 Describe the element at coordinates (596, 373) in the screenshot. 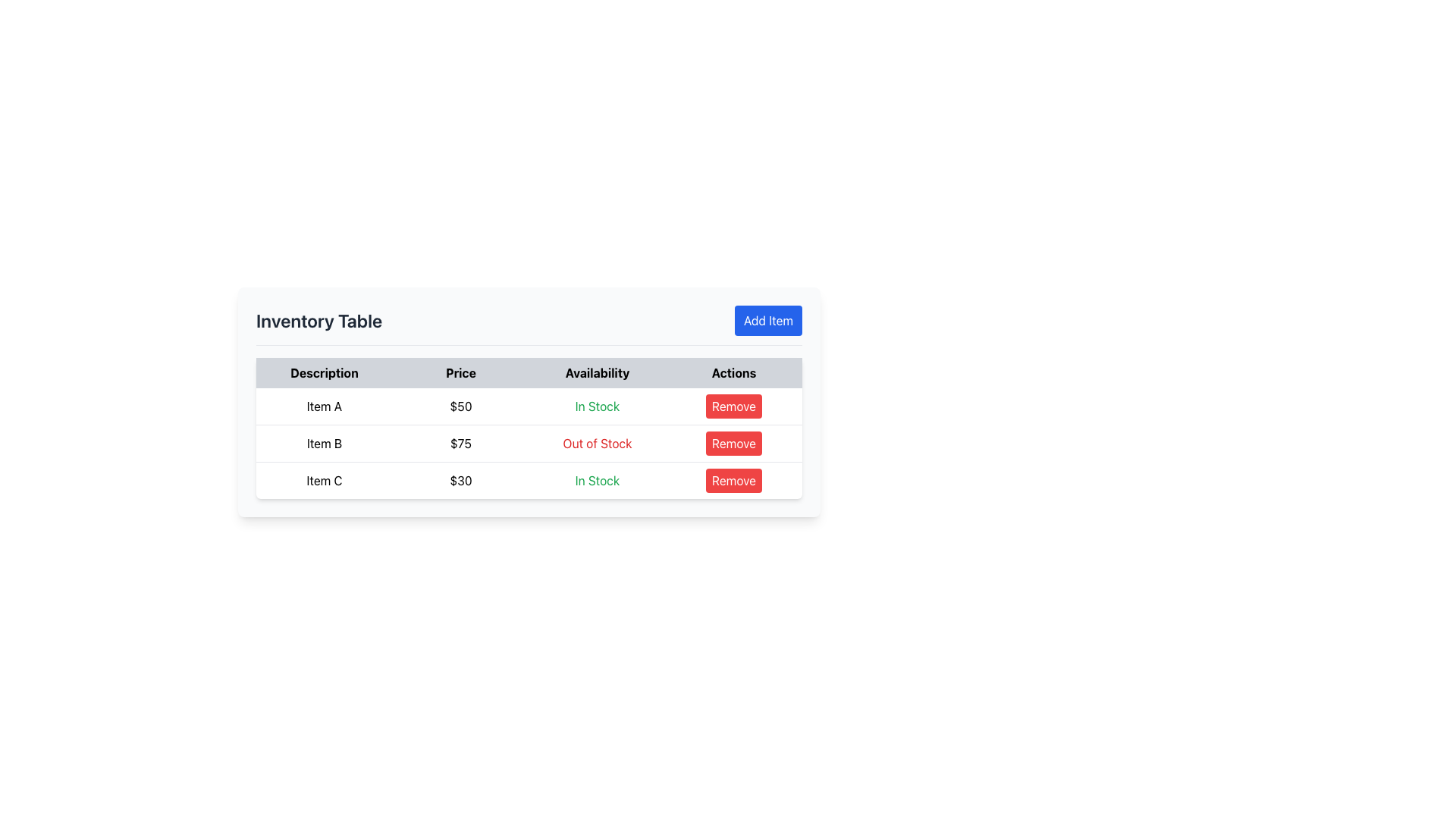

I see `the 'Availability' text label in the table header, which is located in the third column, between 'Price' and 'Actions'` at that location.